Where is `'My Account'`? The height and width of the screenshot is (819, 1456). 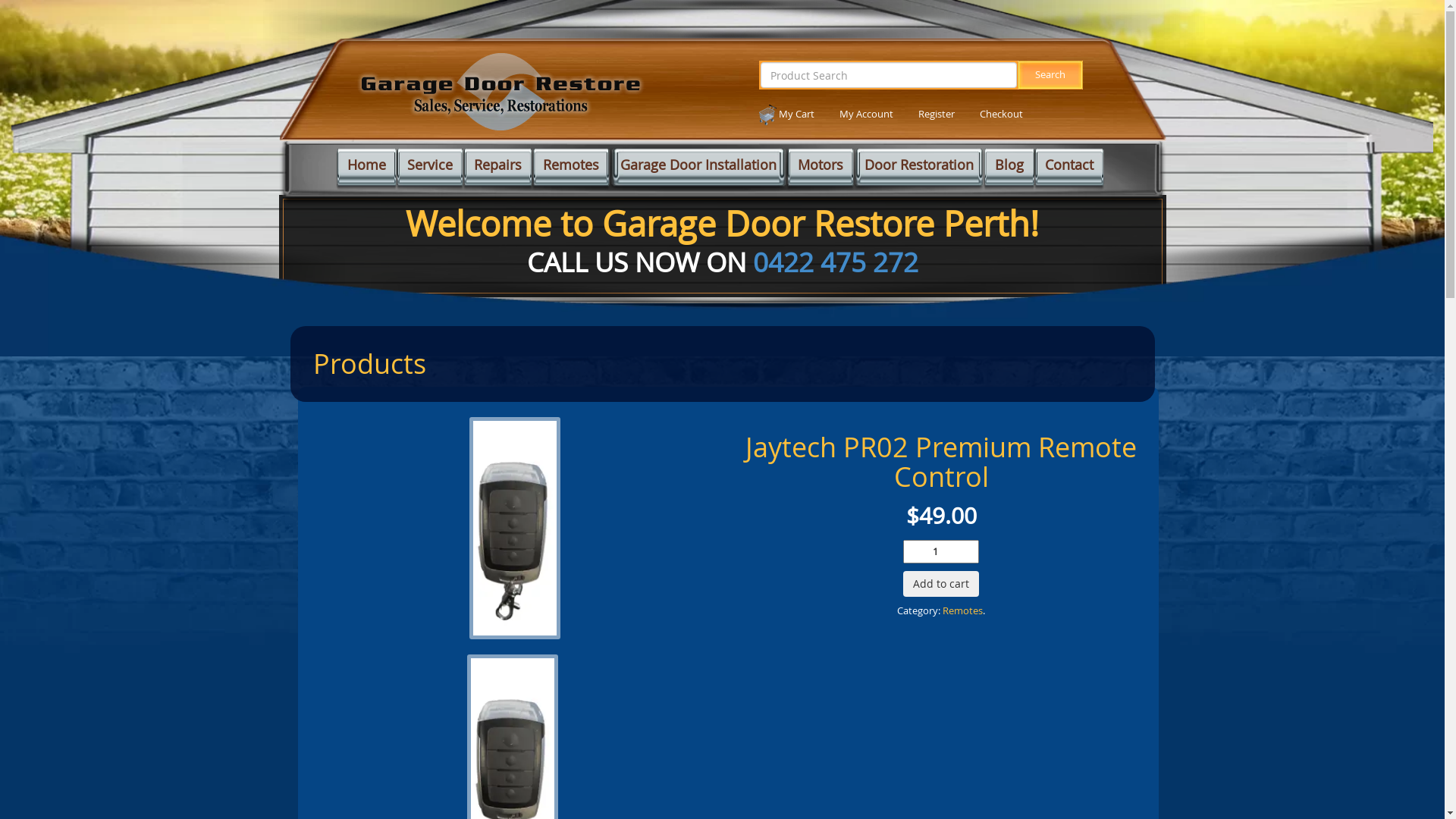
'My Account' is located at coordinates (839, 113).